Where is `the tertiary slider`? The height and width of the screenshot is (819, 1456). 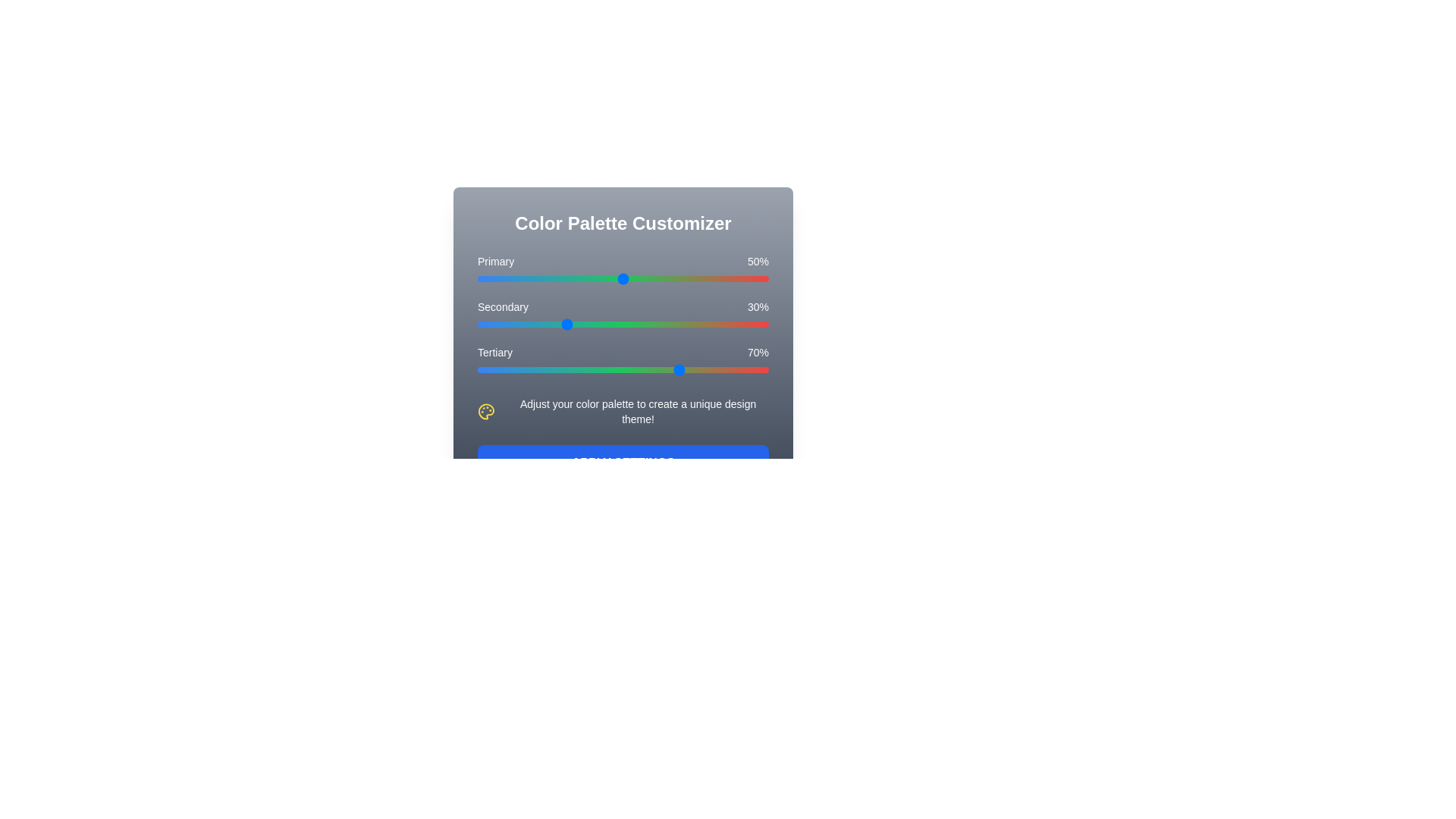 the tertiary slider is located at coordinates (507, 370).